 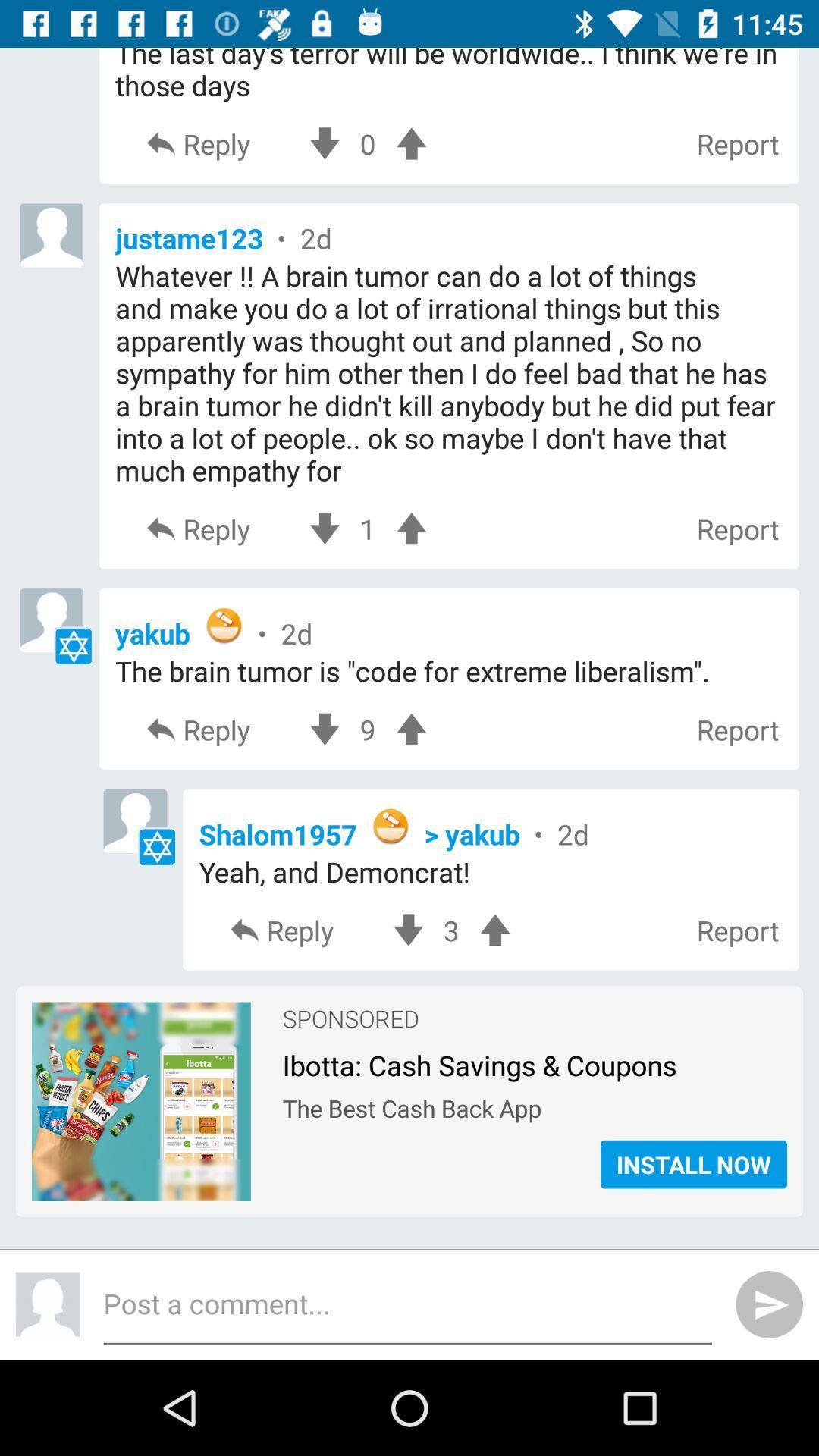 I want to click on icon to the left of the sponsored icon, so click(x=141, y=1023).